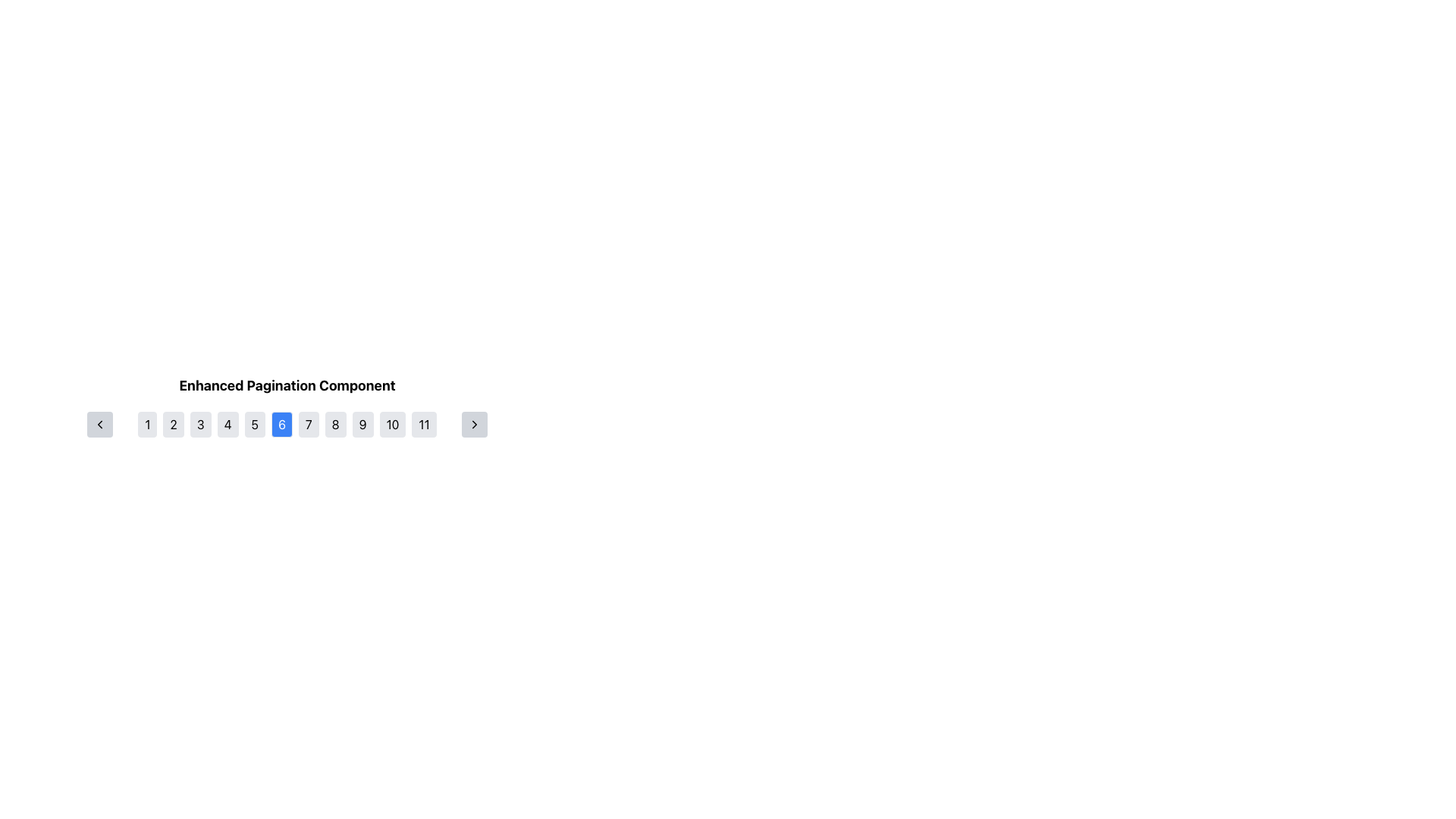 The image size is (1456, 819). I want to click on the rightward pointing chevron icon button in the pagination control bar, so click(473, 424).